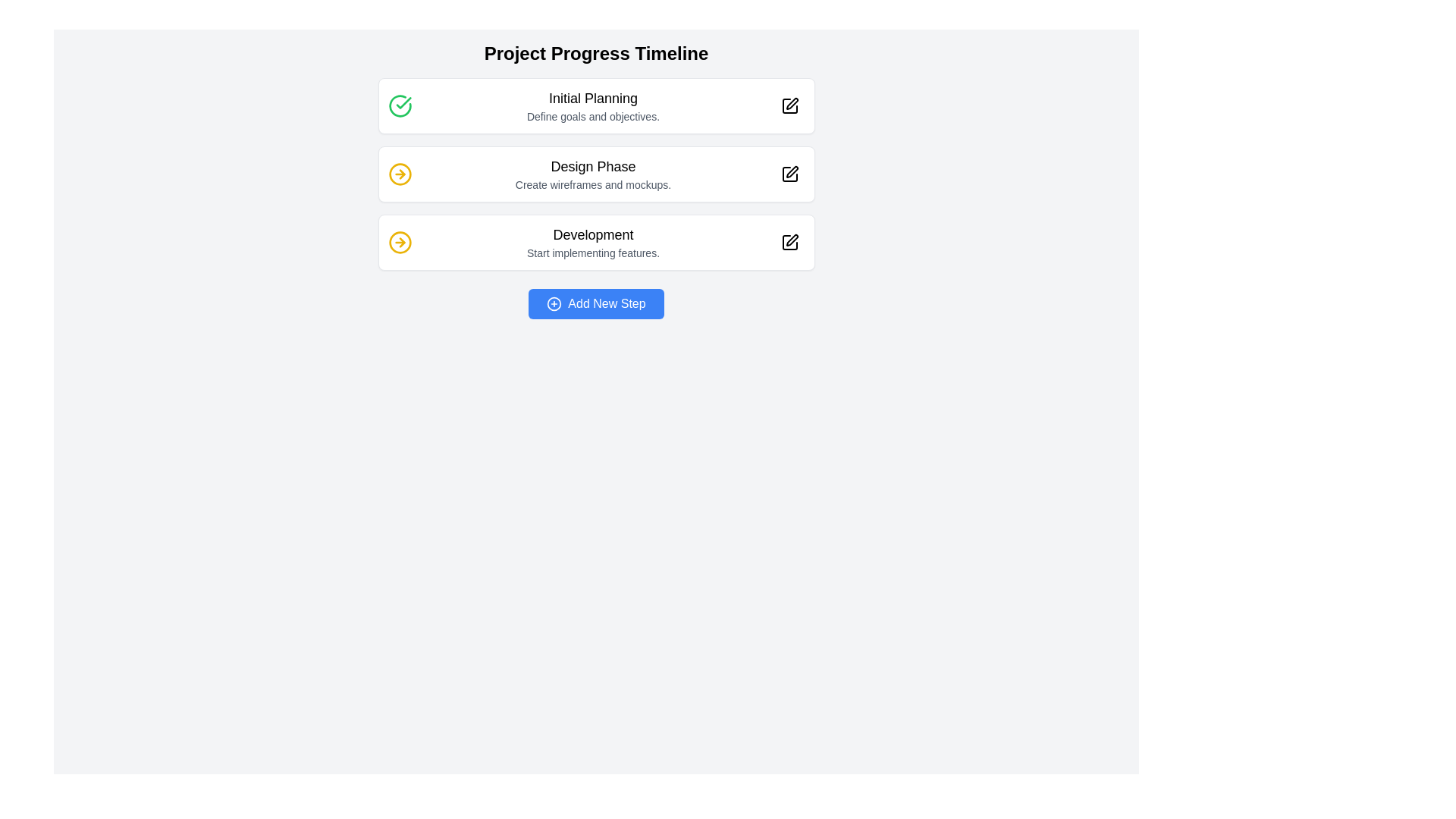  What do you see at coordinates (789, 242) in the screenshot?
I see `the edit icon component located at the far right of the 'Development' step in the timeline, which visually represents the editing functionality` at bounding box center [789, 242].